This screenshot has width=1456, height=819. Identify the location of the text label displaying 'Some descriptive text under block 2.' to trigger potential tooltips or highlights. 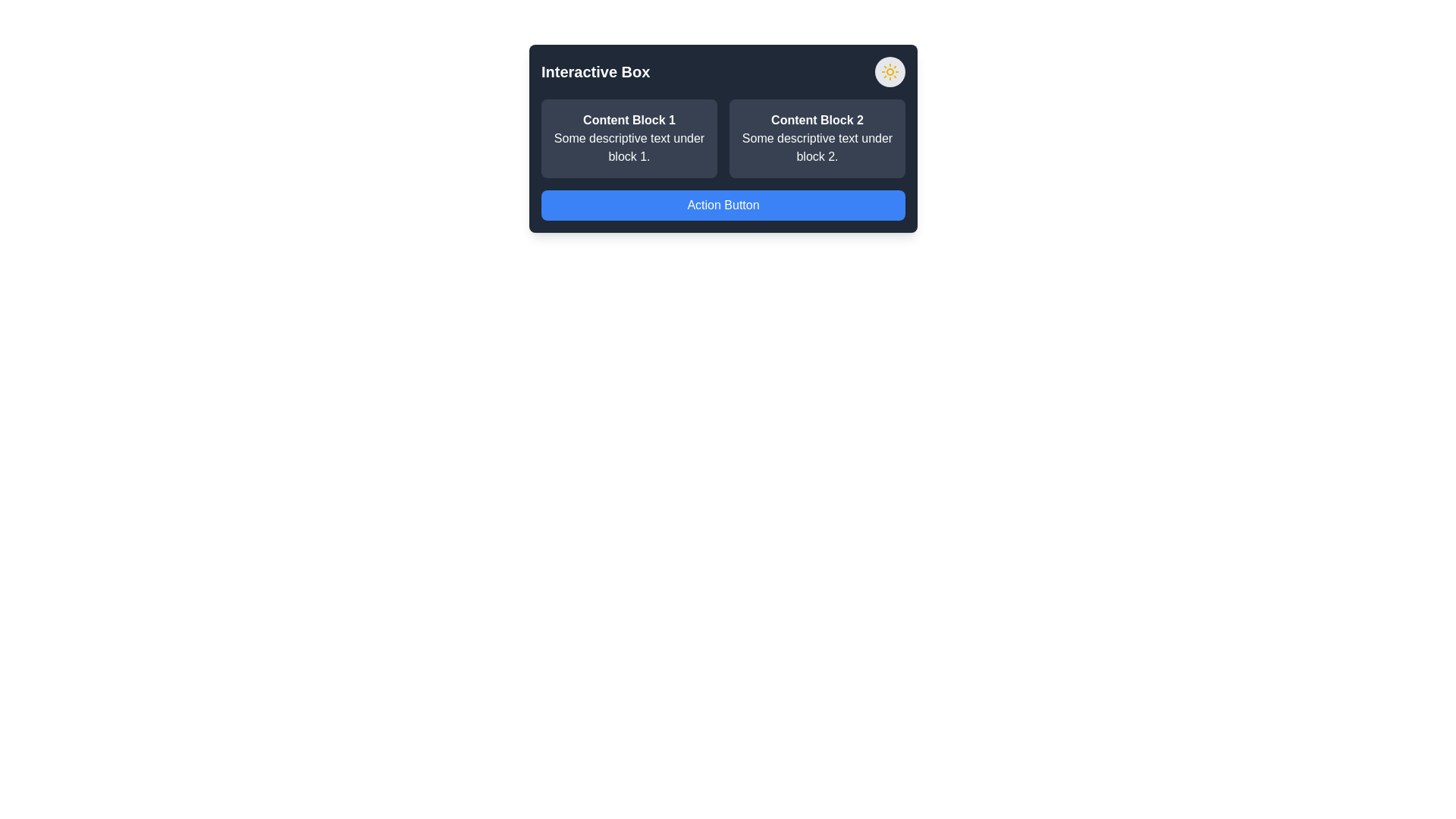
(817, 148).